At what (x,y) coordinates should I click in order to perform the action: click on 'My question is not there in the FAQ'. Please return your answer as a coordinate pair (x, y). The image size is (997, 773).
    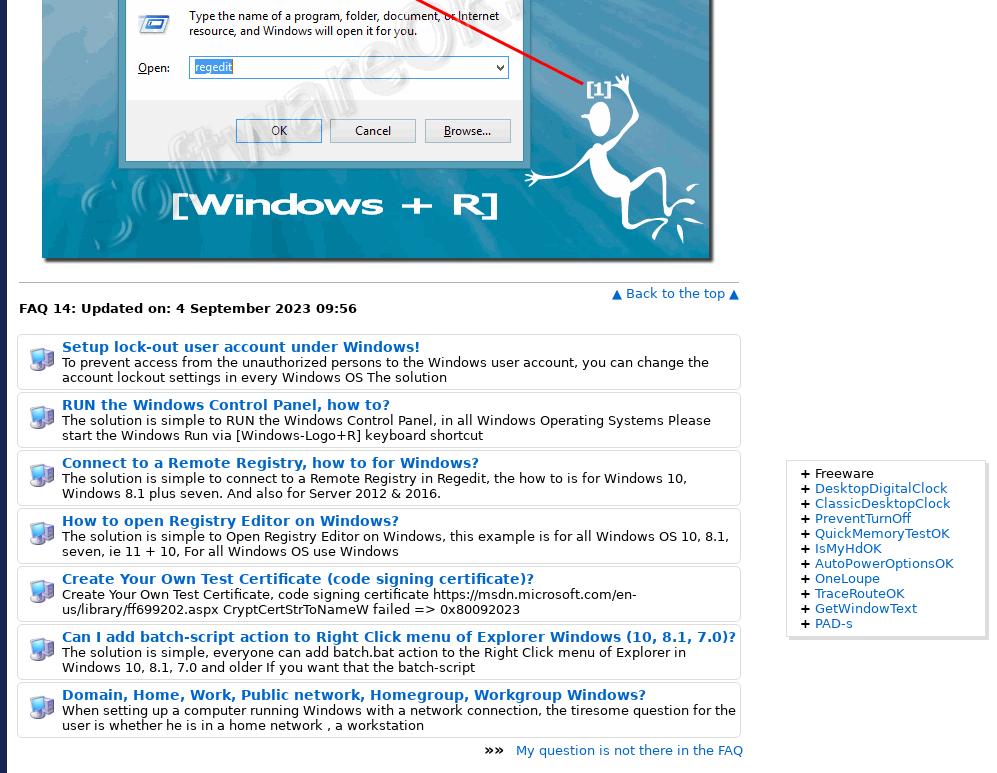
    Looking at the image, I should click on (628, 749).